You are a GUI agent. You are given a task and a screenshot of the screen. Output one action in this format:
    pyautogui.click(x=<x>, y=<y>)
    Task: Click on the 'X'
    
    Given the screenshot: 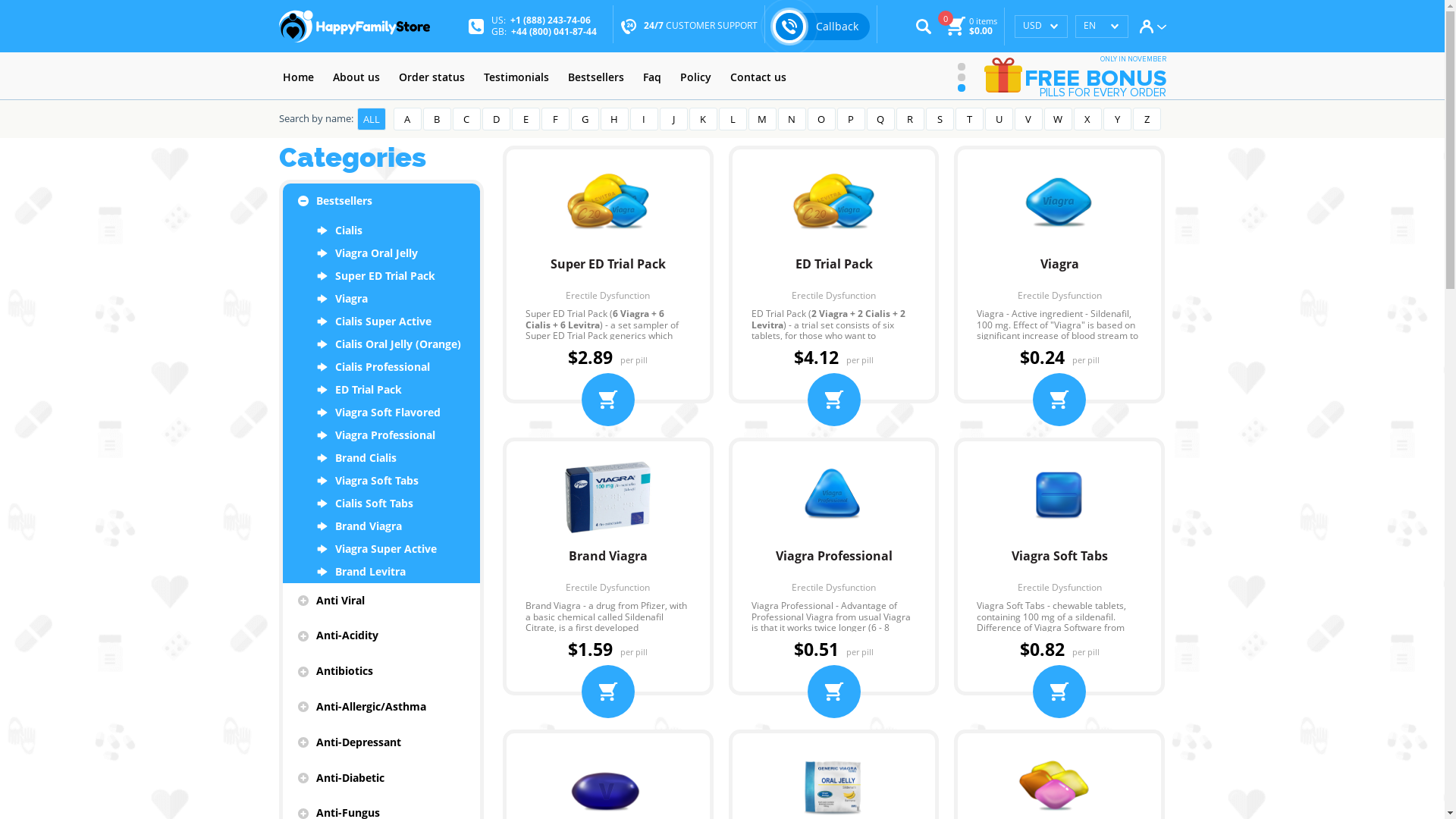 What is the action you would take?
    pyautogui.click(x=1087, y=118)
    